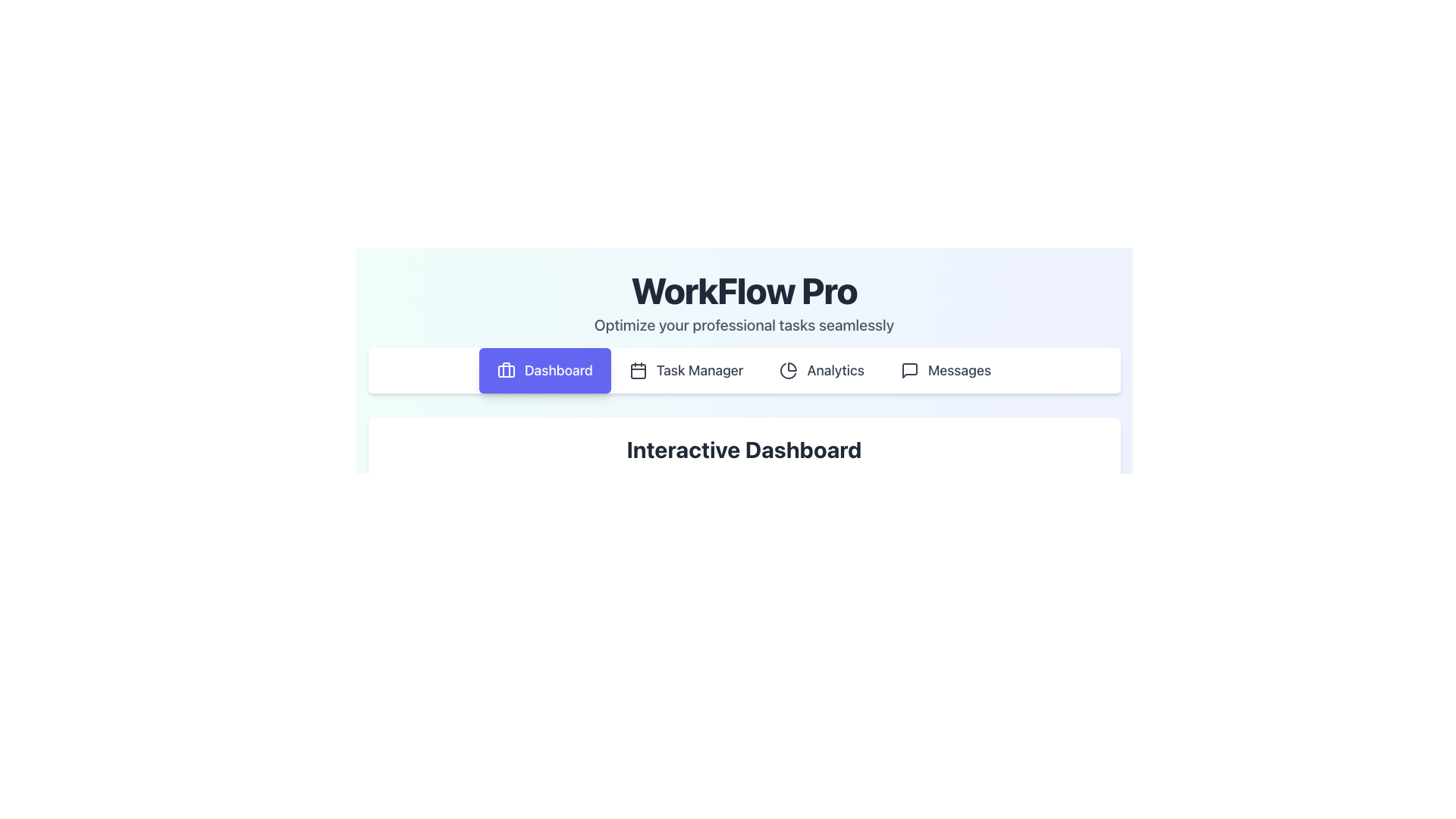 This screenshot has width=1456, height=819. I want to click on the Navigation bar with buttons to trigger the hover state effect on the buttons labeled 'Dashboard', 'Task Manager', 'Analytics', and 'Messages', so click(744, 371).